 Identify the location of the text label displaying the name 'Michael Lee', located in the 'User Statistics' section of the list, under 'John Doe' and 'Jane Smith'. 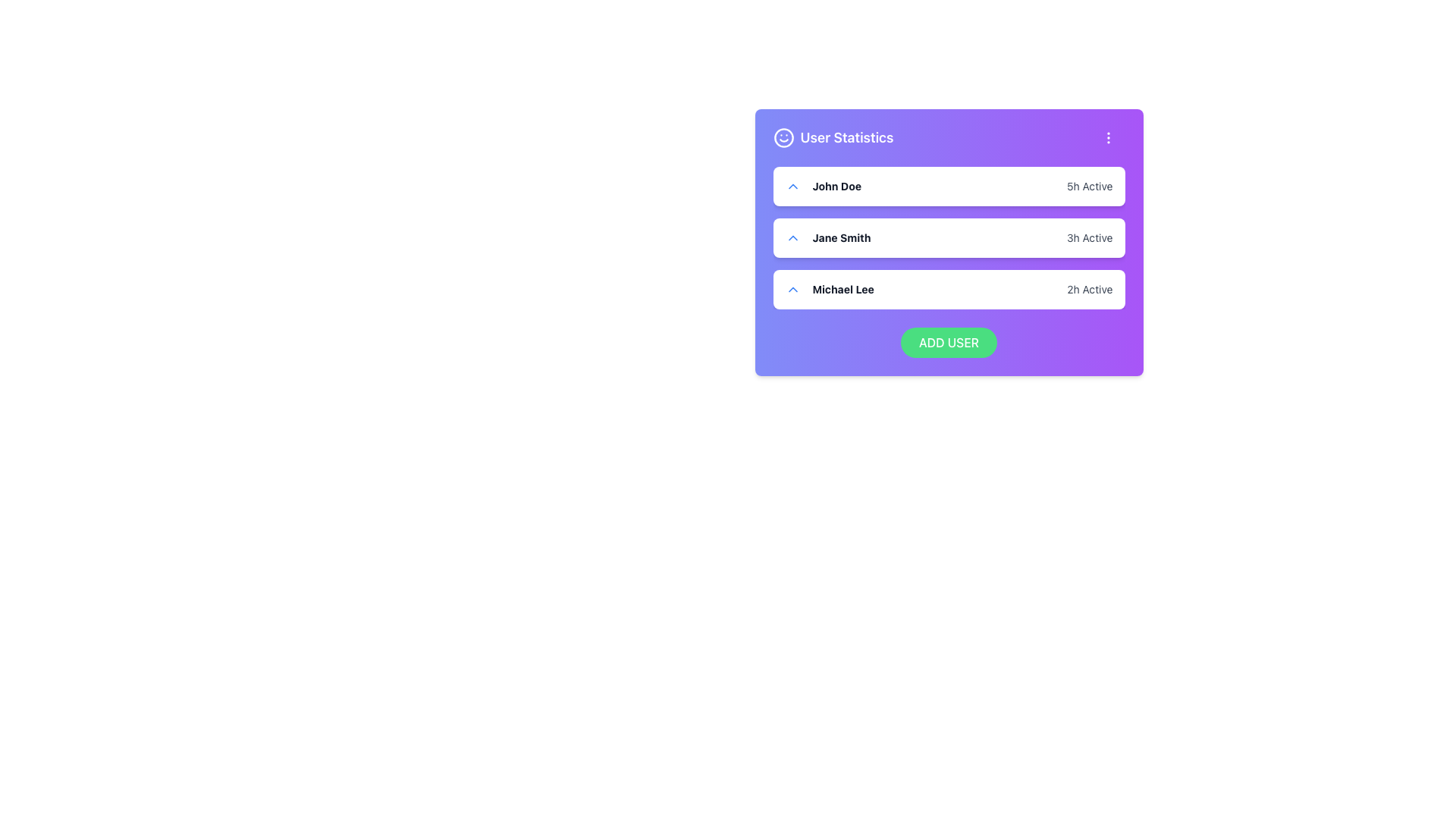
(843, 289).